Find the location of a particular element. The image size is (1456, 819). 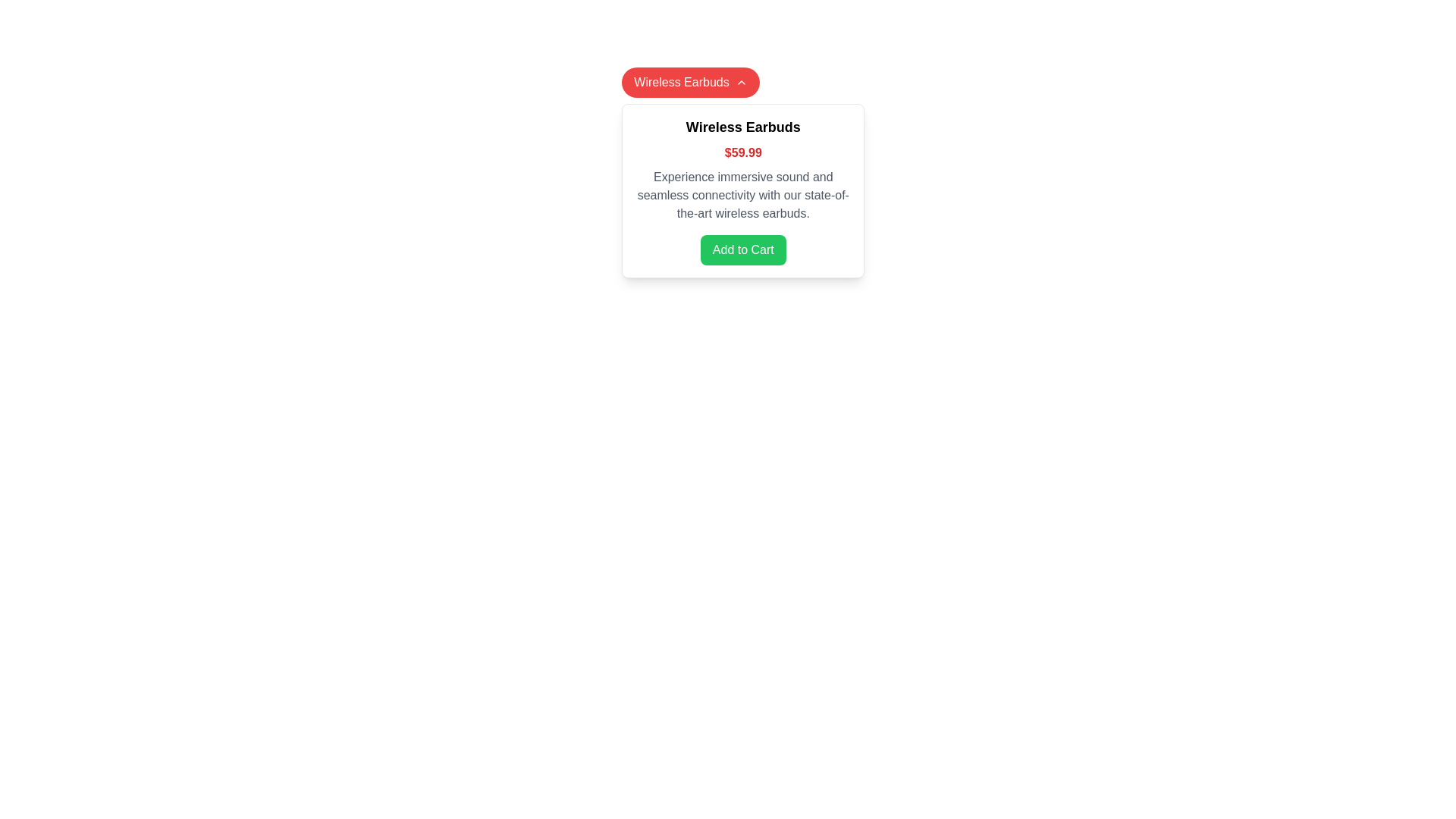

the small up-pointing chevron icon located at the rightmost end of the red button labeled 'Wireless Earbuds' on the white promotional card is located at coordinates (741, 82).